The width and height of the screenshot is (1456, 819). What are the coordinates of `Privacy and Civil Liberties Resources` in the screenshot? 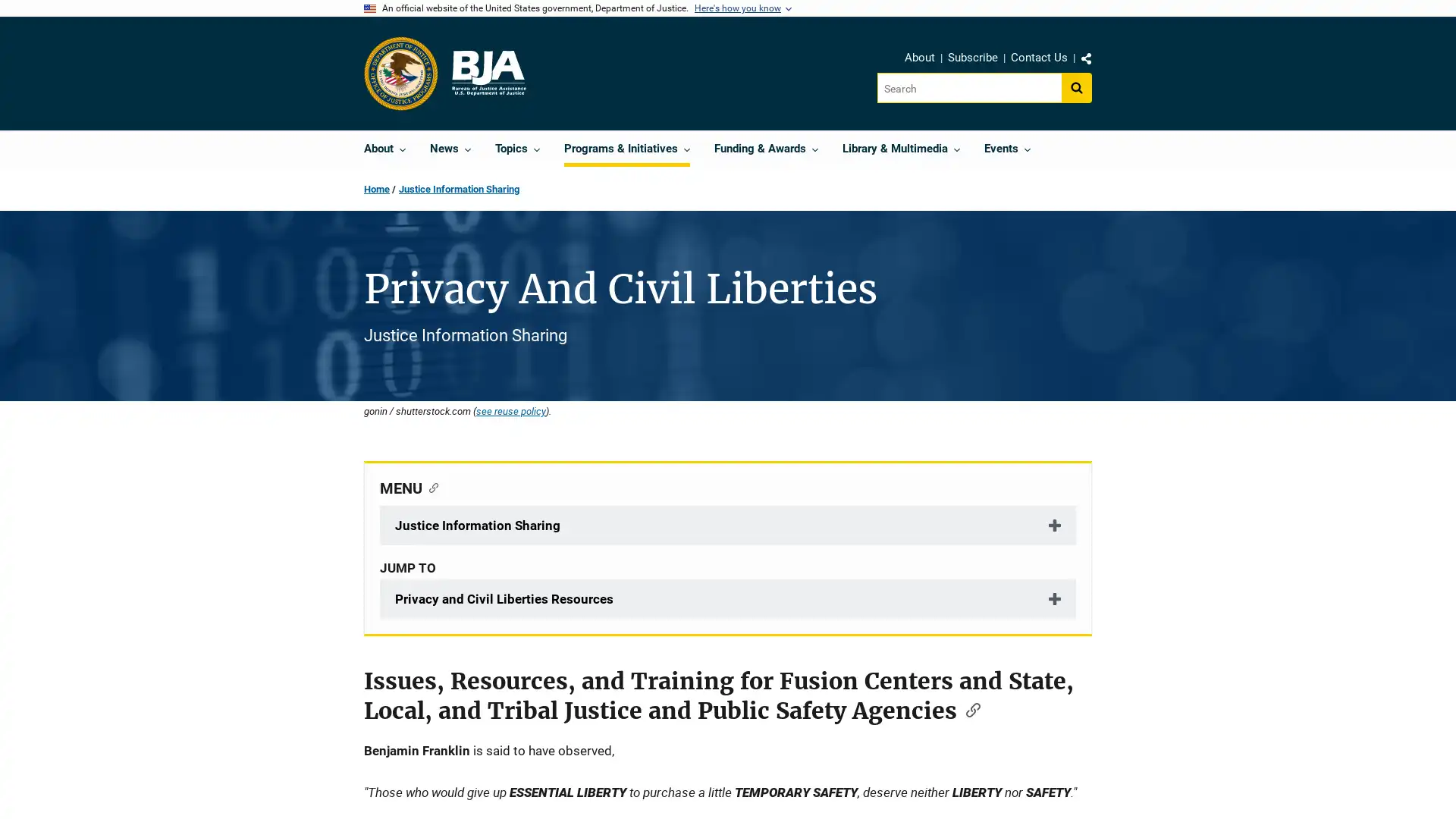 It's located at (728, 598).